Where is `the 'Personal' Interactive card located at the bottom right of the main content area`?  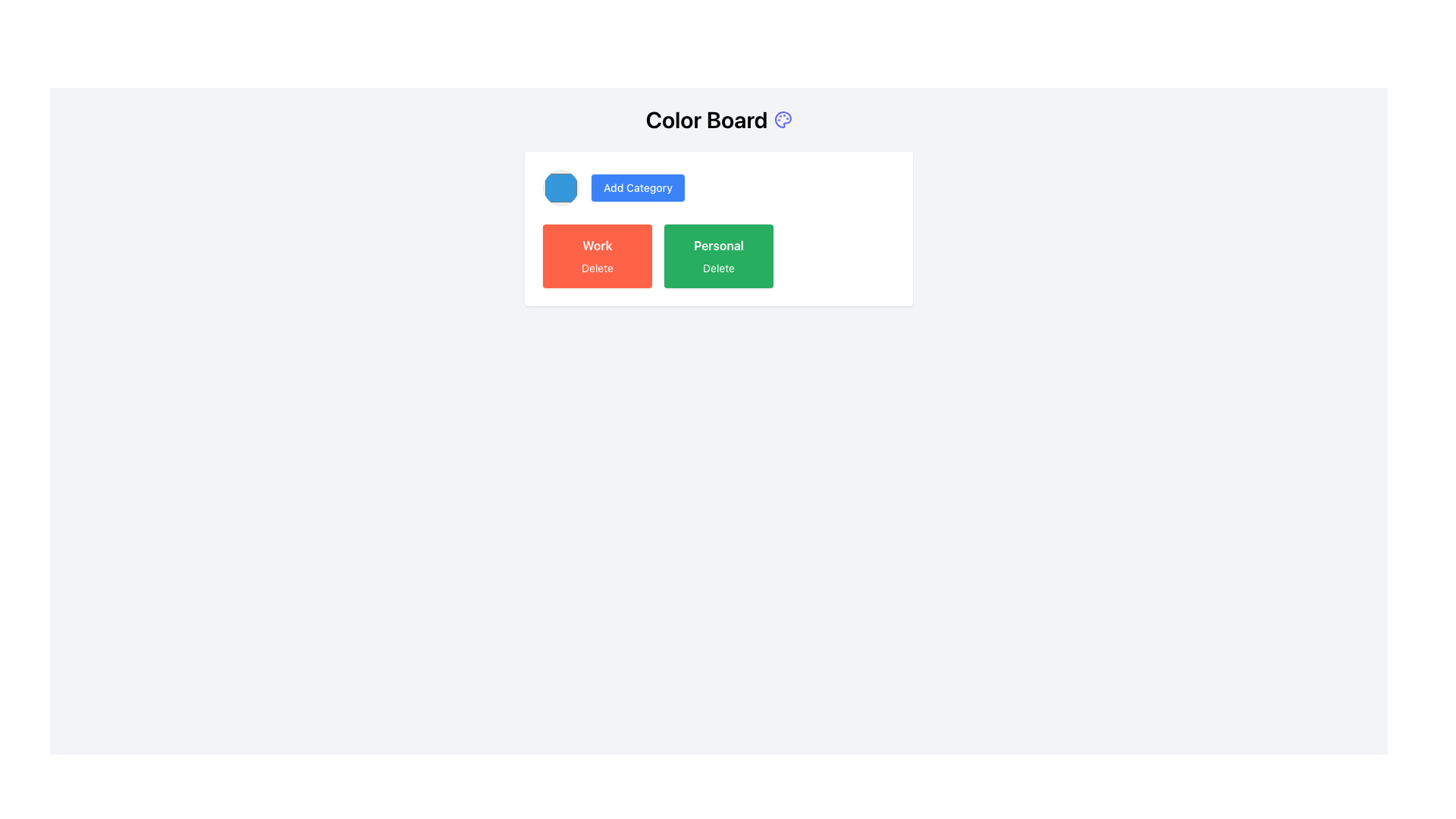
the 'Personal' Interactive card located at the bottom right of the main content area is located at coordinates (718, 228).